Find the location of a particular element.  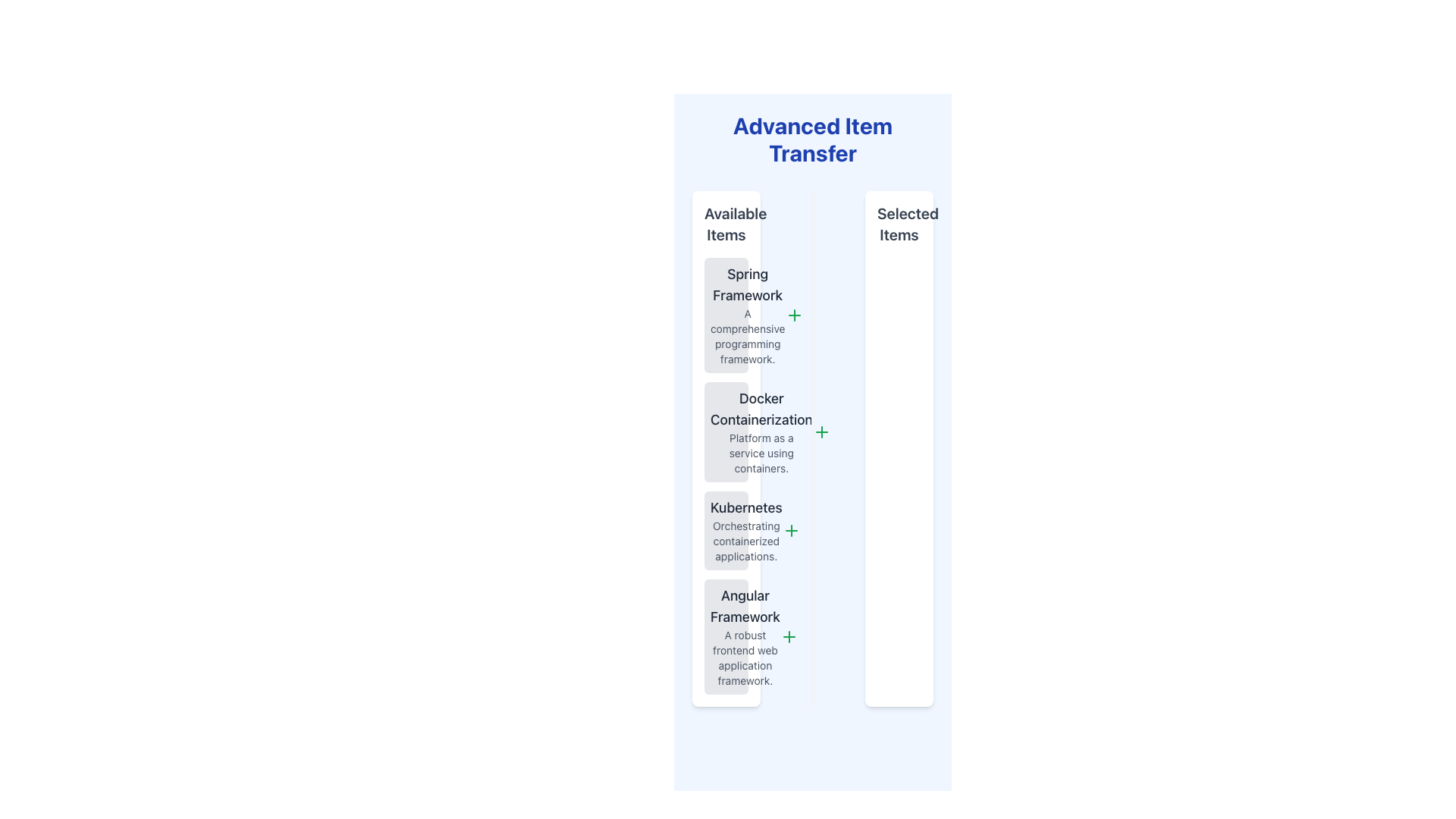

the green plus icon located to the right of the descriptive text 'Angular Framework' in the available items list is located at coordinates (789, 637).